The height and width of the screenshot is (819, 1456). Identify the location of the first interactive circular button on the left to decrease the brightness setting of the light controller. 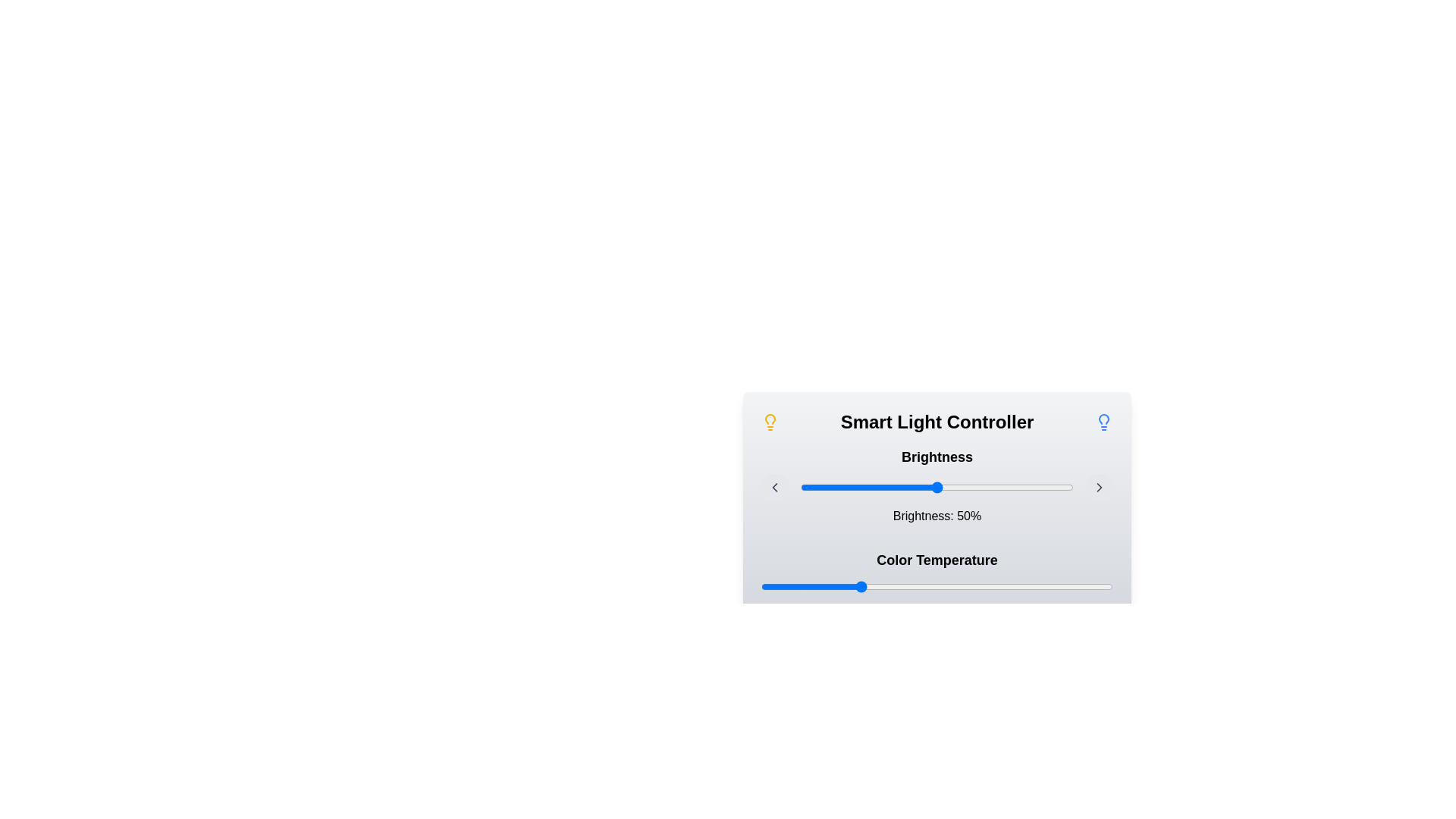
(775, 488).